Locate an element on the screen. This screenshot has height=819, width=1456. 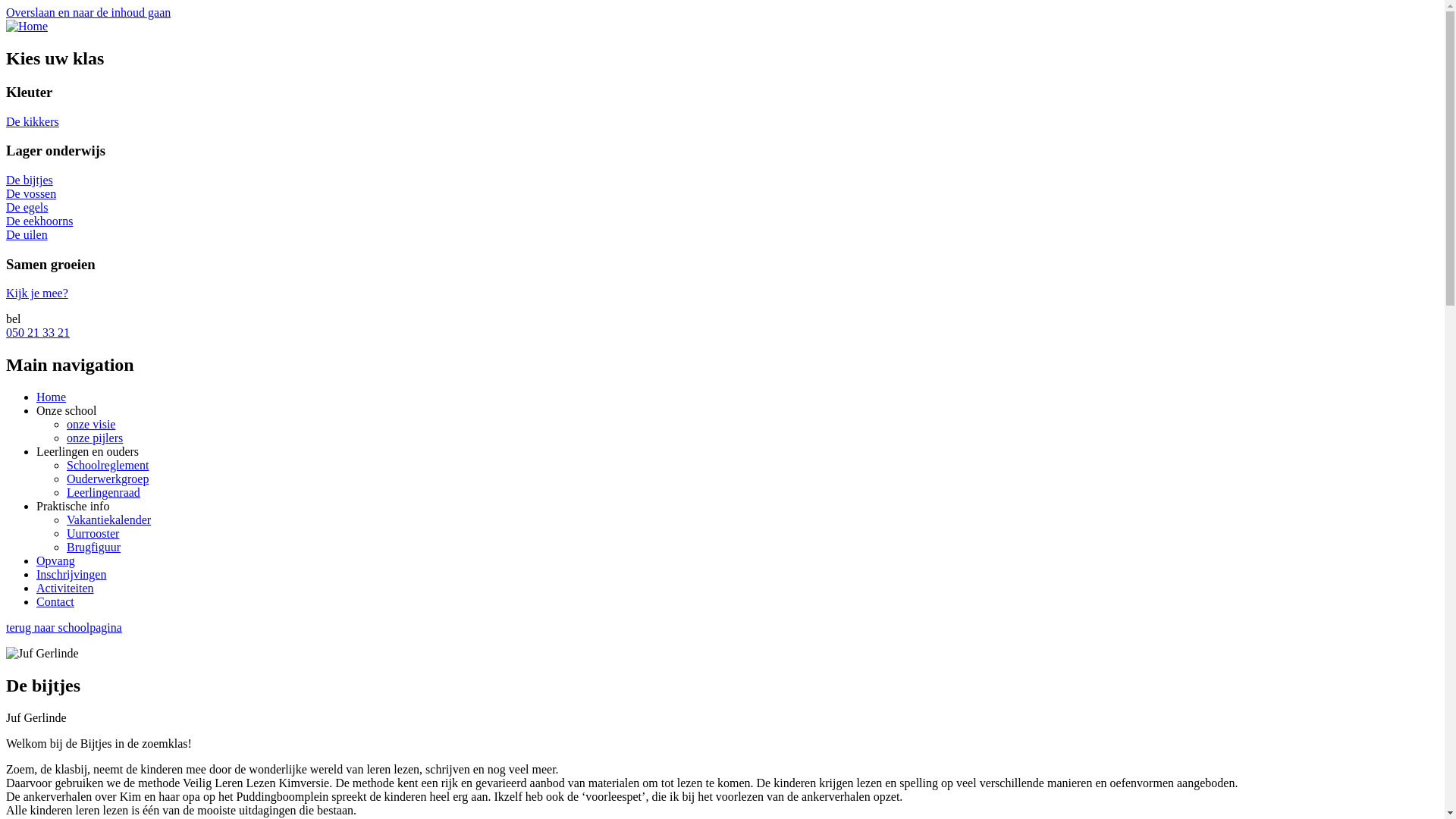
'Vakantiekalender' is located at coordinates (108, 519).